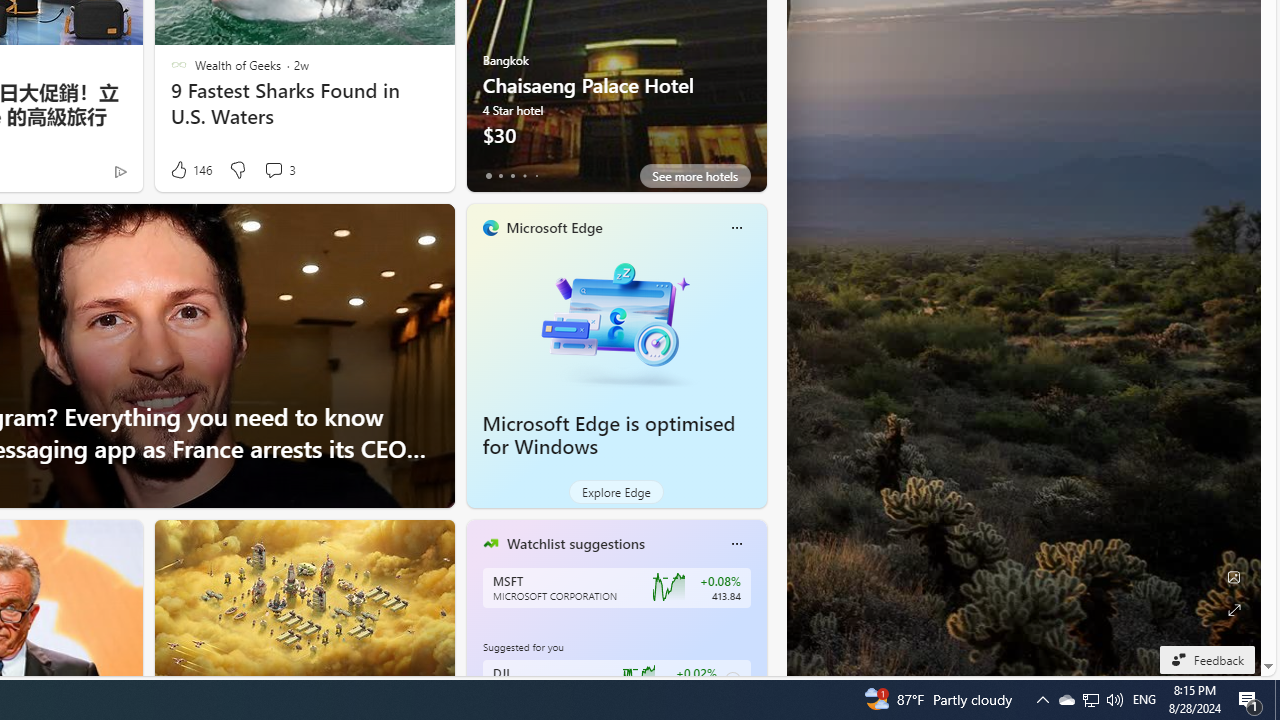 Image resolution: width=1280 pixels, height=720 pixels. Describe the element at coordinates (1232, 609) in the screenshot. I see `'Expand background'` at that location.